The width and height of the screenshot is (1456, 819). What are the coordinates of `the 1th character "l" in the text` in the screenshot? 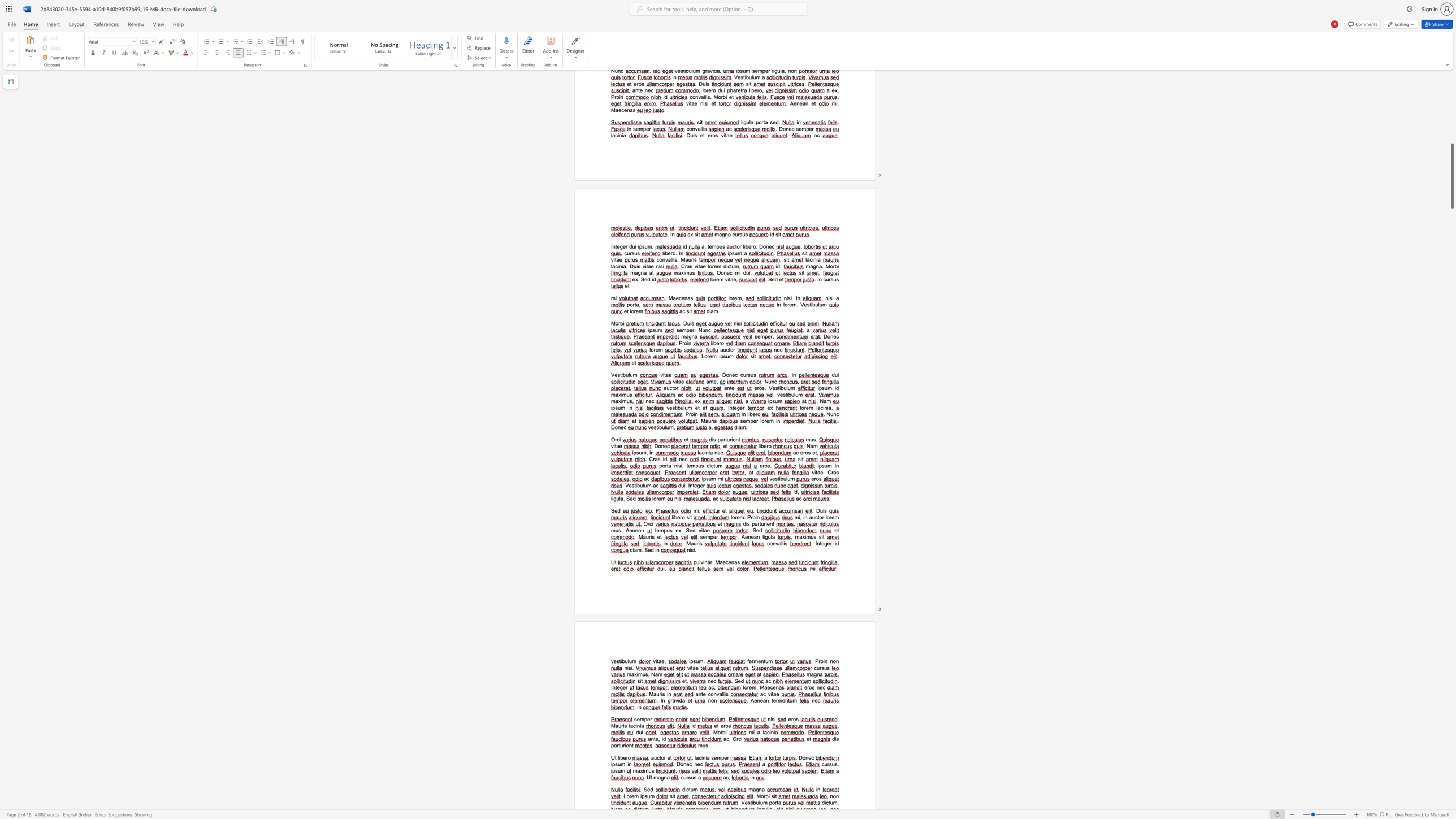 It's located at (722, 694).